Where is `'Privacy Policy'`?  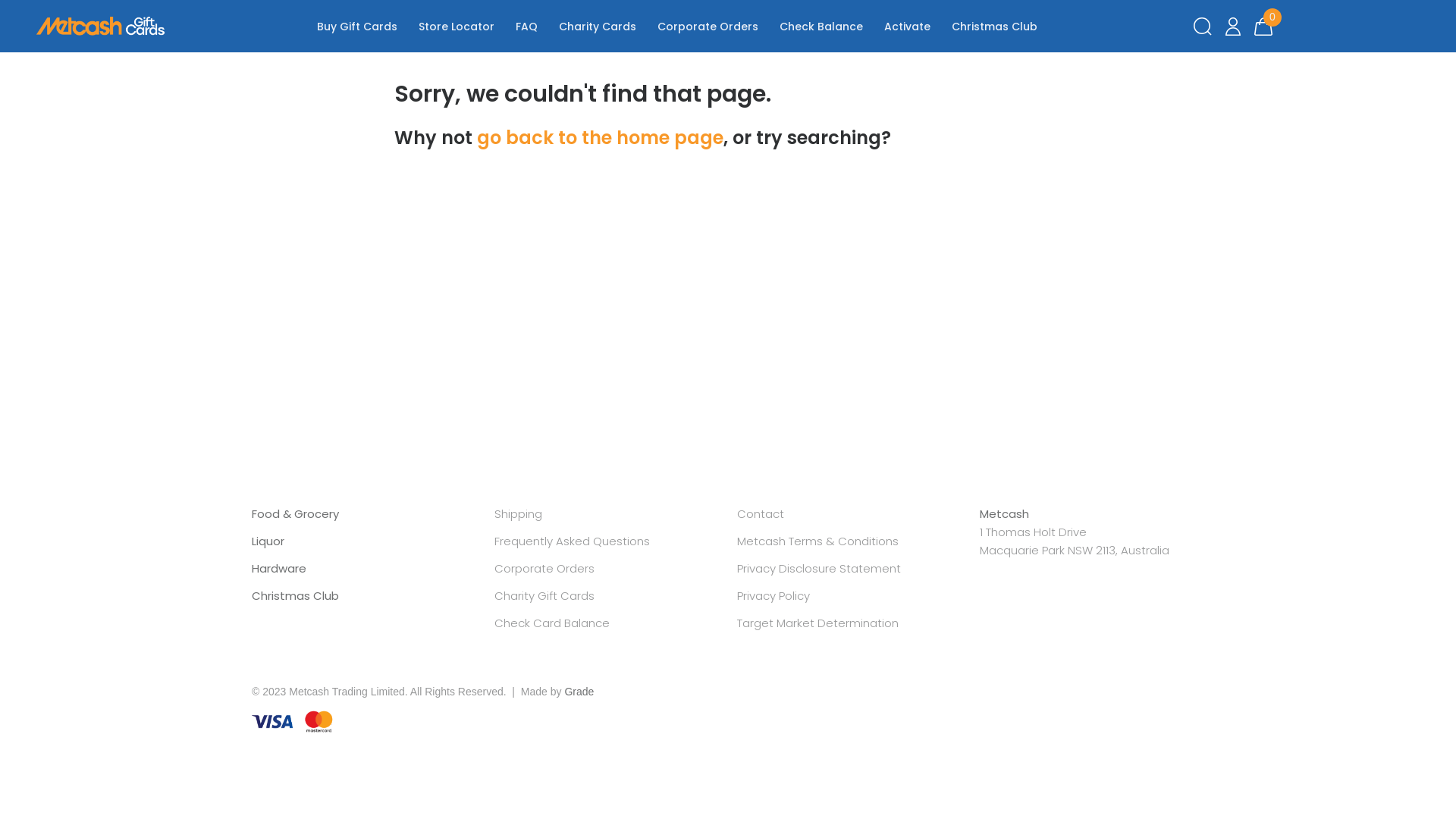 'Privacy Policy' is located at coordinates (773, 595).